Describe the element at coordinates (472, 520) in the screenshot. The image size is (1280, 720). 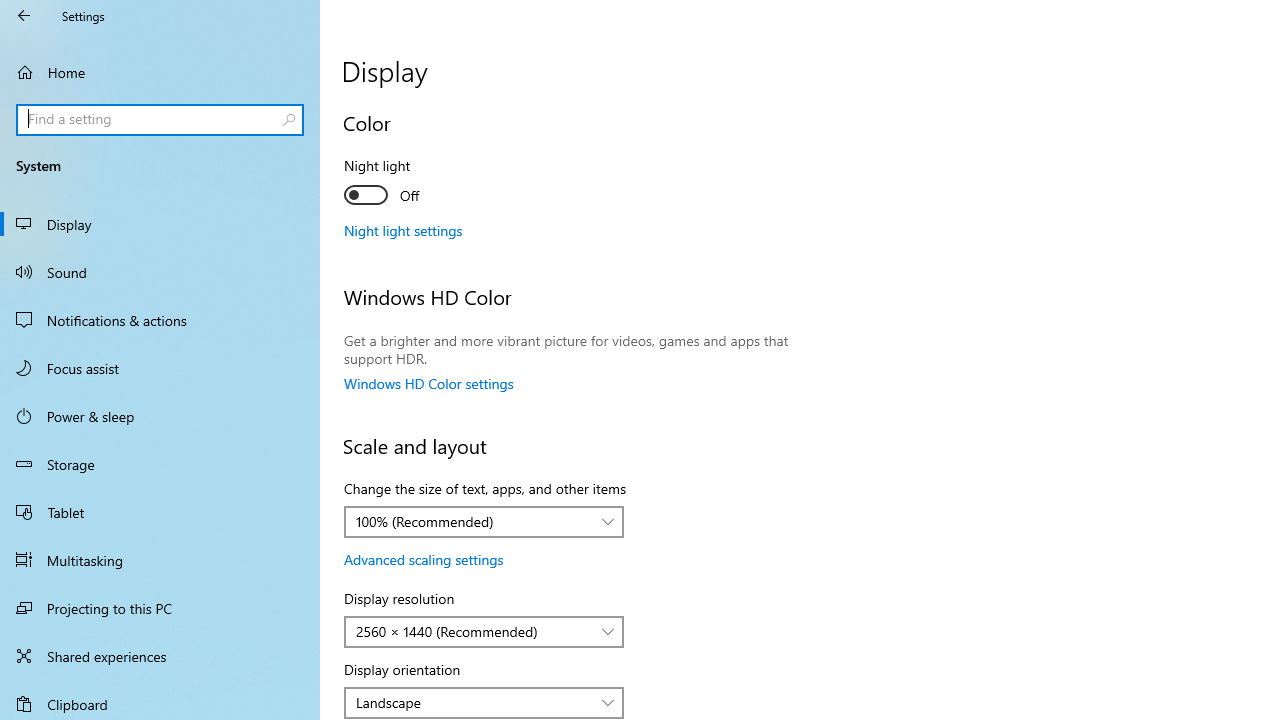
I see `'100% (Recommended)'` at that location.